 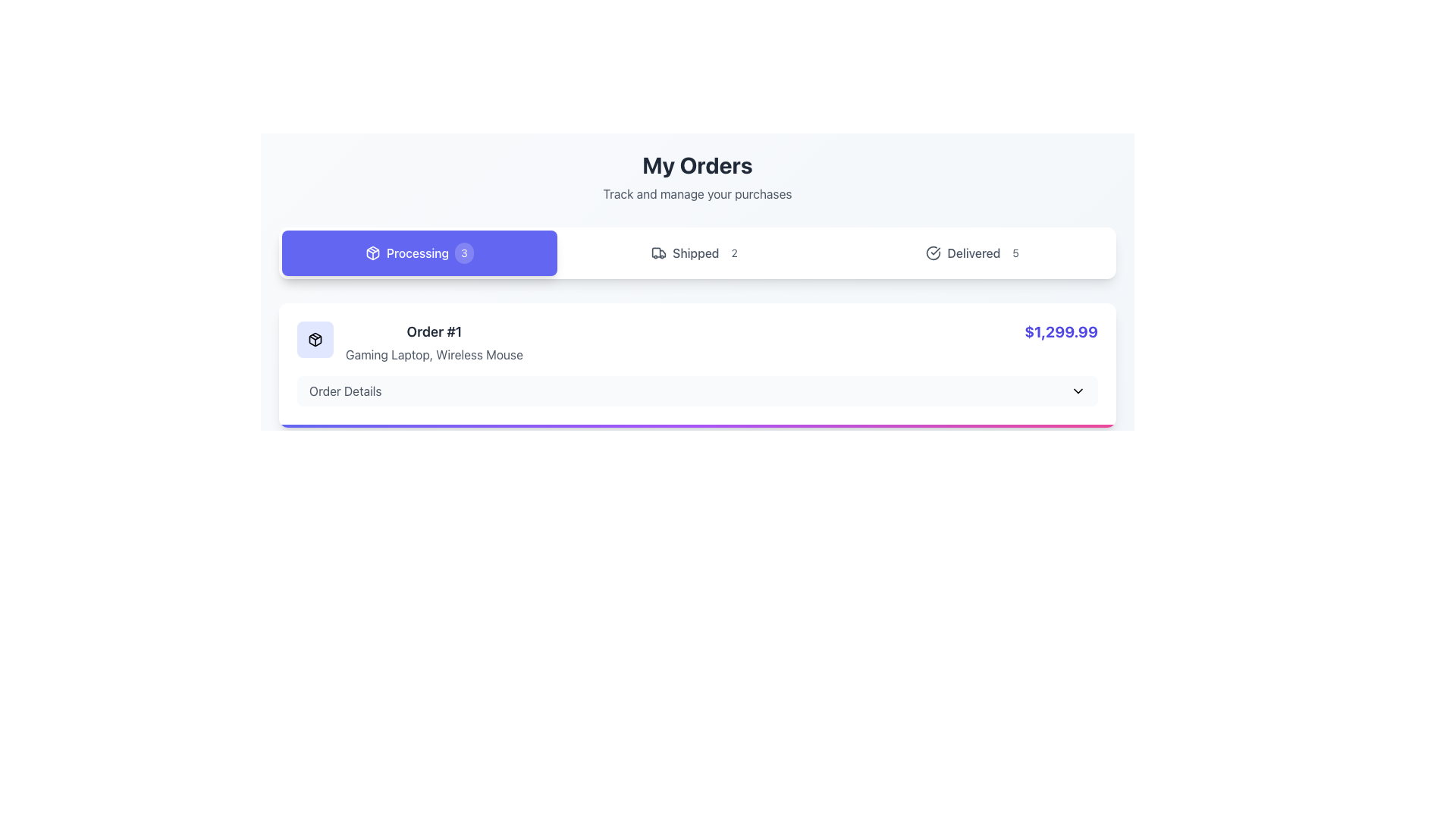 What do you see at coordinates (1077, 391) in the screenshot?
I see `the Dropdown Toggle Icon, which is a downward-facing chevron arrow located within the 'Order Details' section, to receive visual feedback` at bounding box center [1077, 391].